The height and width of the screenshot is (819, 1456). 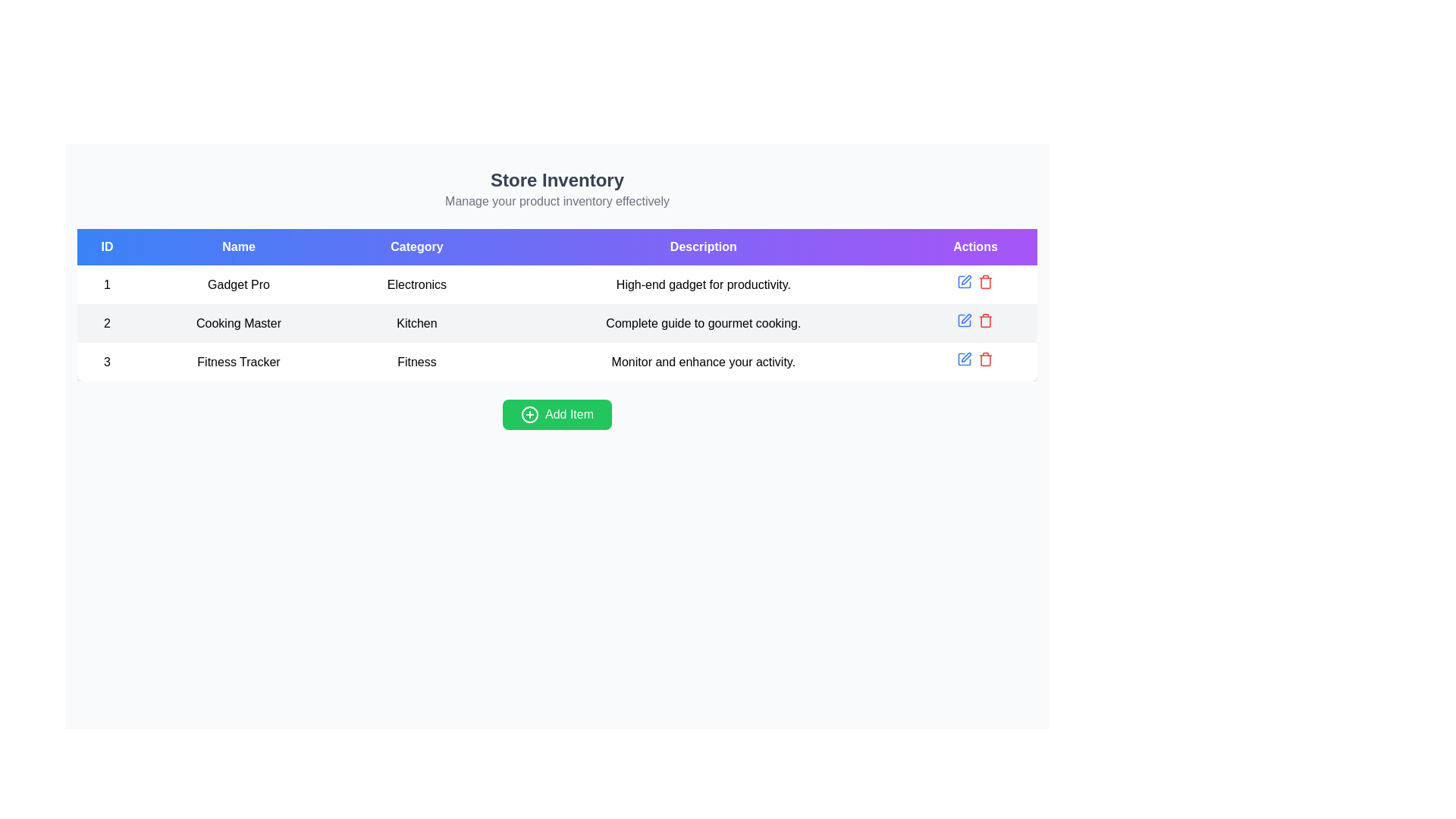 What do you see at coordinates (416, 362) in the screenshot?
I see `the 'Fitness' label located in the 'Category' column of the third row in the tabular list, which is positioned to the right of the 'Fitness Tracker' label` at bounding box center [416, 362].